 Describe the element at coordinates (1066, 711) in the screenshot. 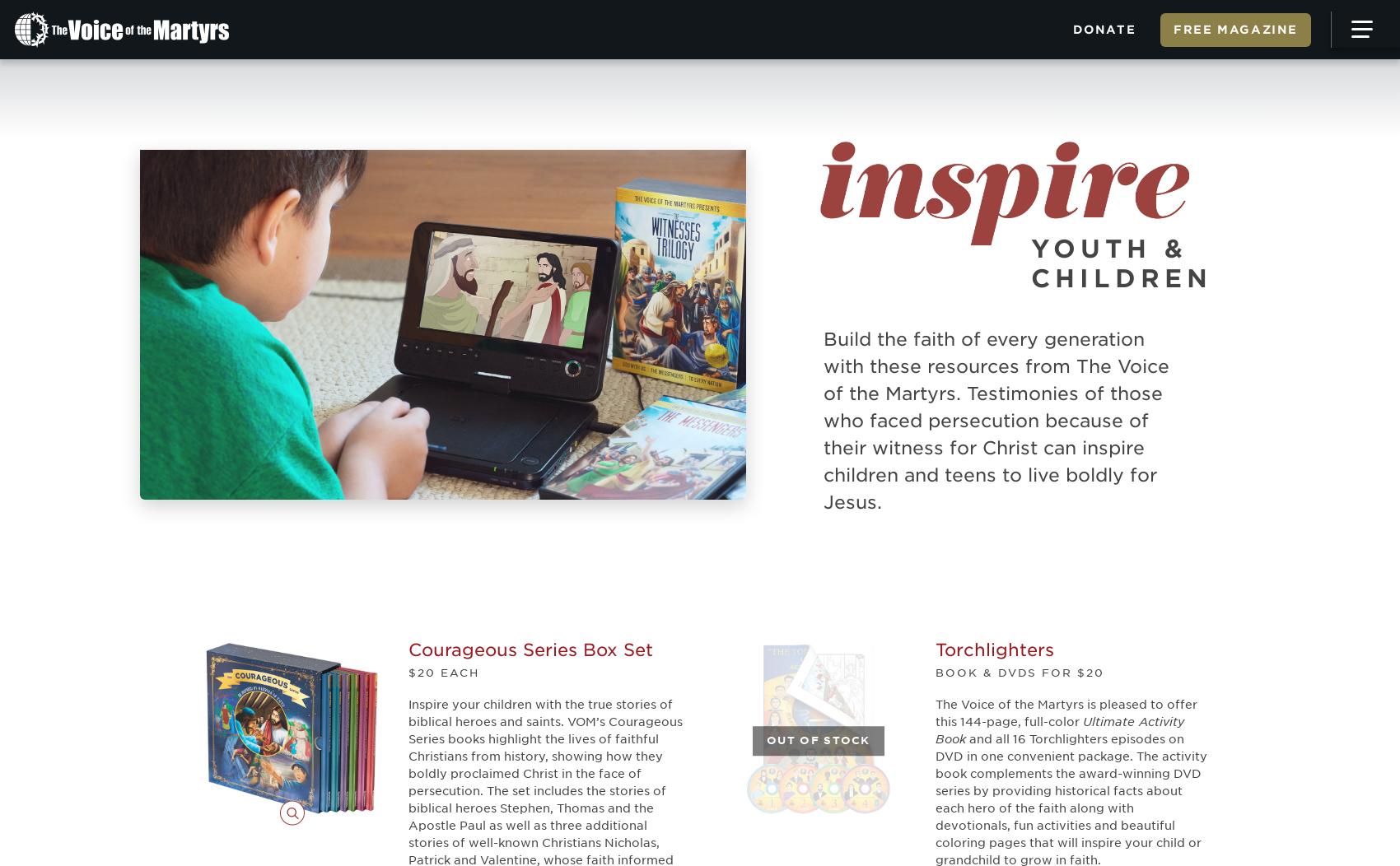

I see `'The Voice of the Martyrs is pleased to offer this 144-page, full-color'` at that location.